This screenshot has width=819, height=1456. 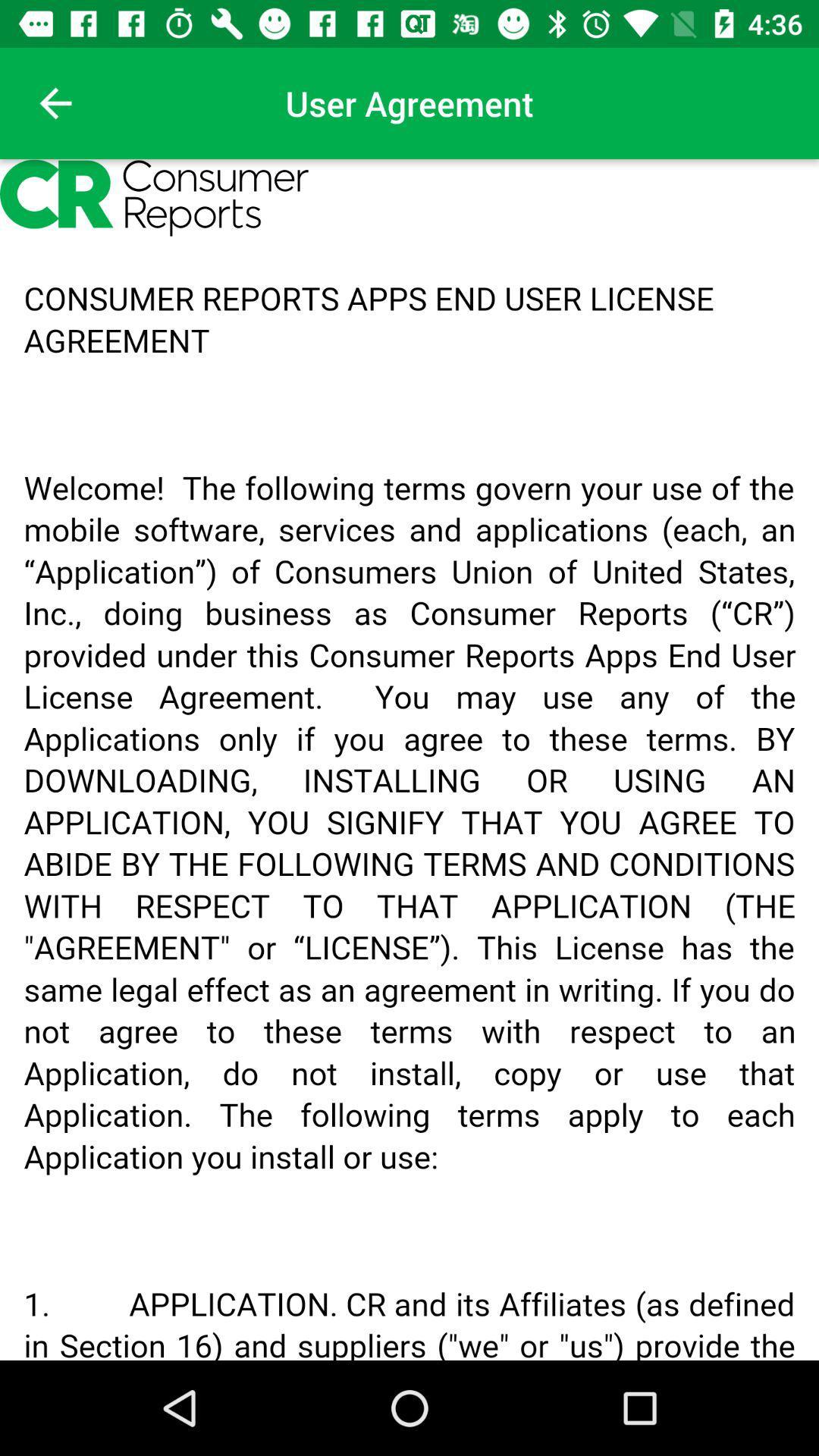 What do you see at coordinates (55, 102) in the screenshot?
I see `back the option` at bounding box center [55, 102].